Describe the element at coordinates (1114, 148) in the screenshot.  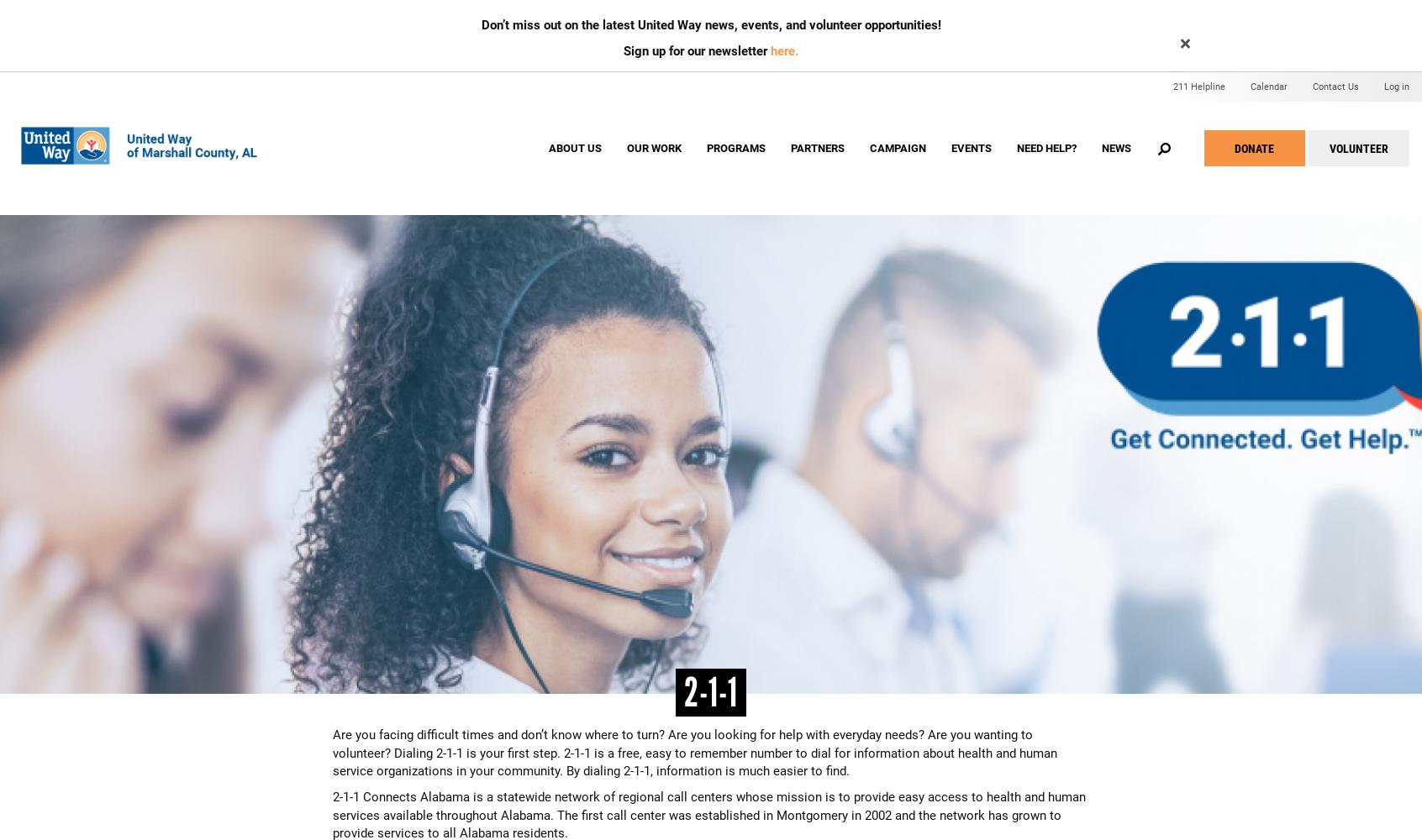
I see `'News'` at that location.